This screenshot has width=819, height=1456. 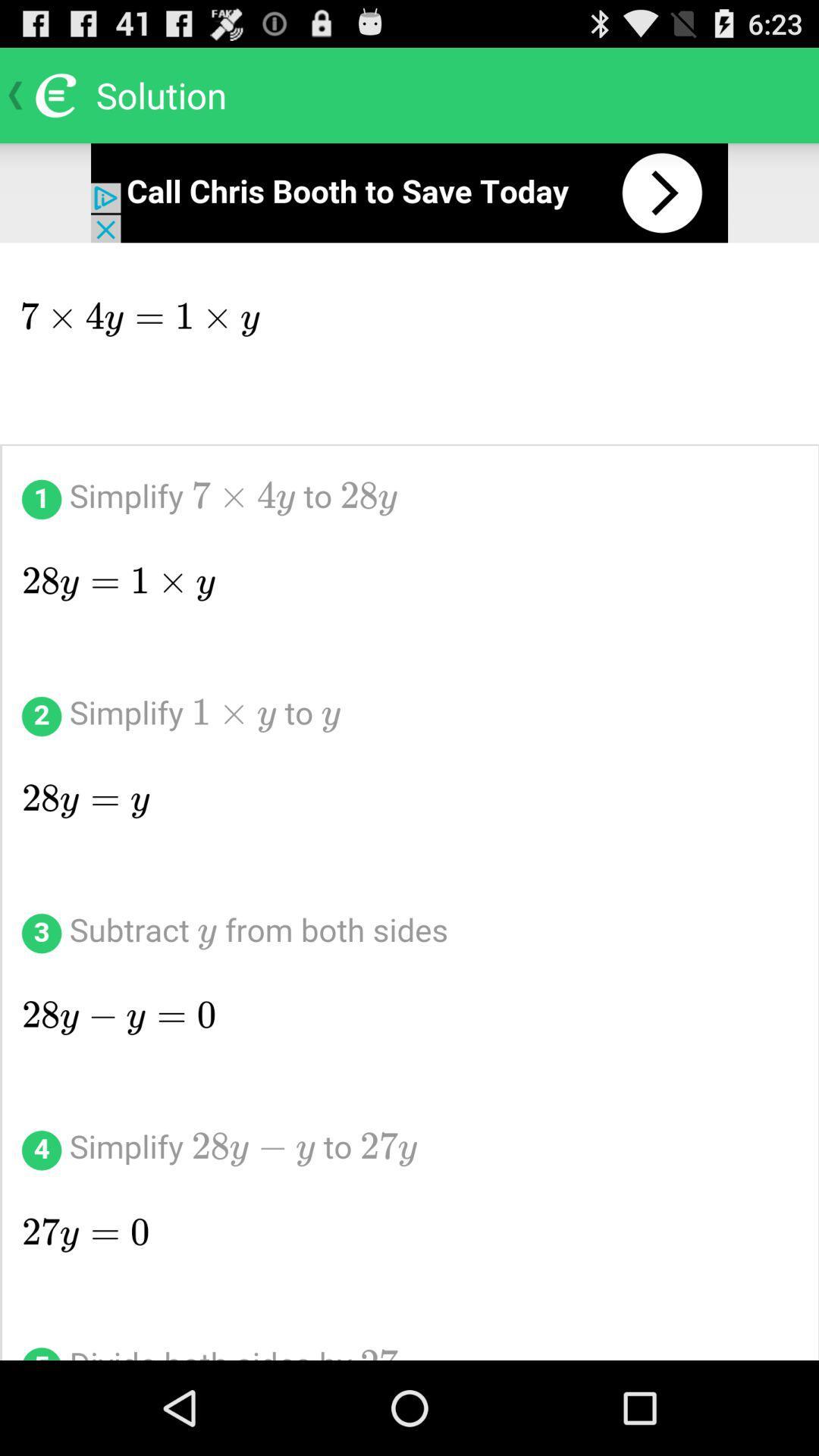 What do you see at coordinates (409, 801) in the screenshot?
I see `show solution steps` at bounding box center [409, 801].